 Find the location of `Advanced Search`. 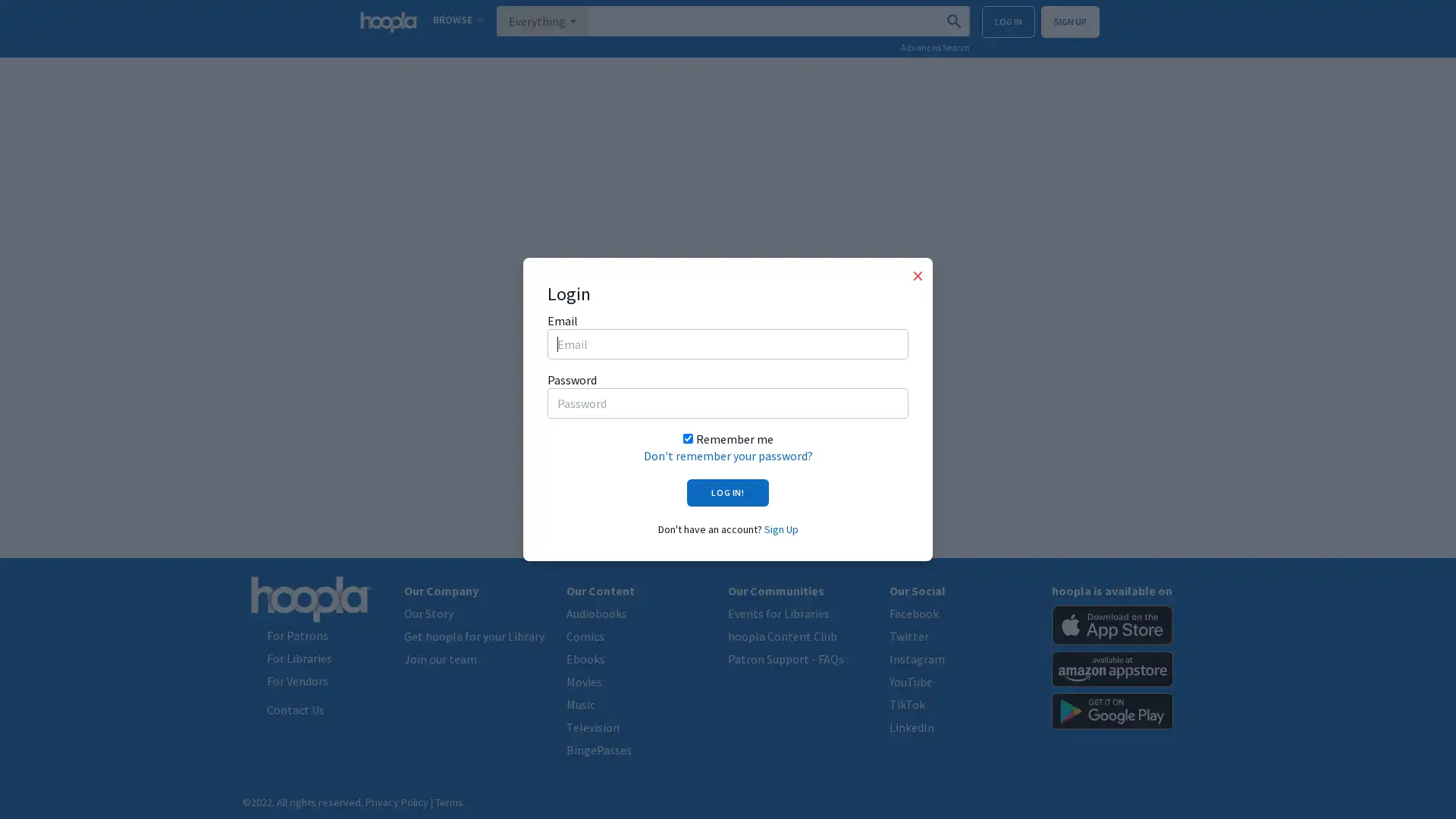

Advanced Search is located at coordinates (934, 46).